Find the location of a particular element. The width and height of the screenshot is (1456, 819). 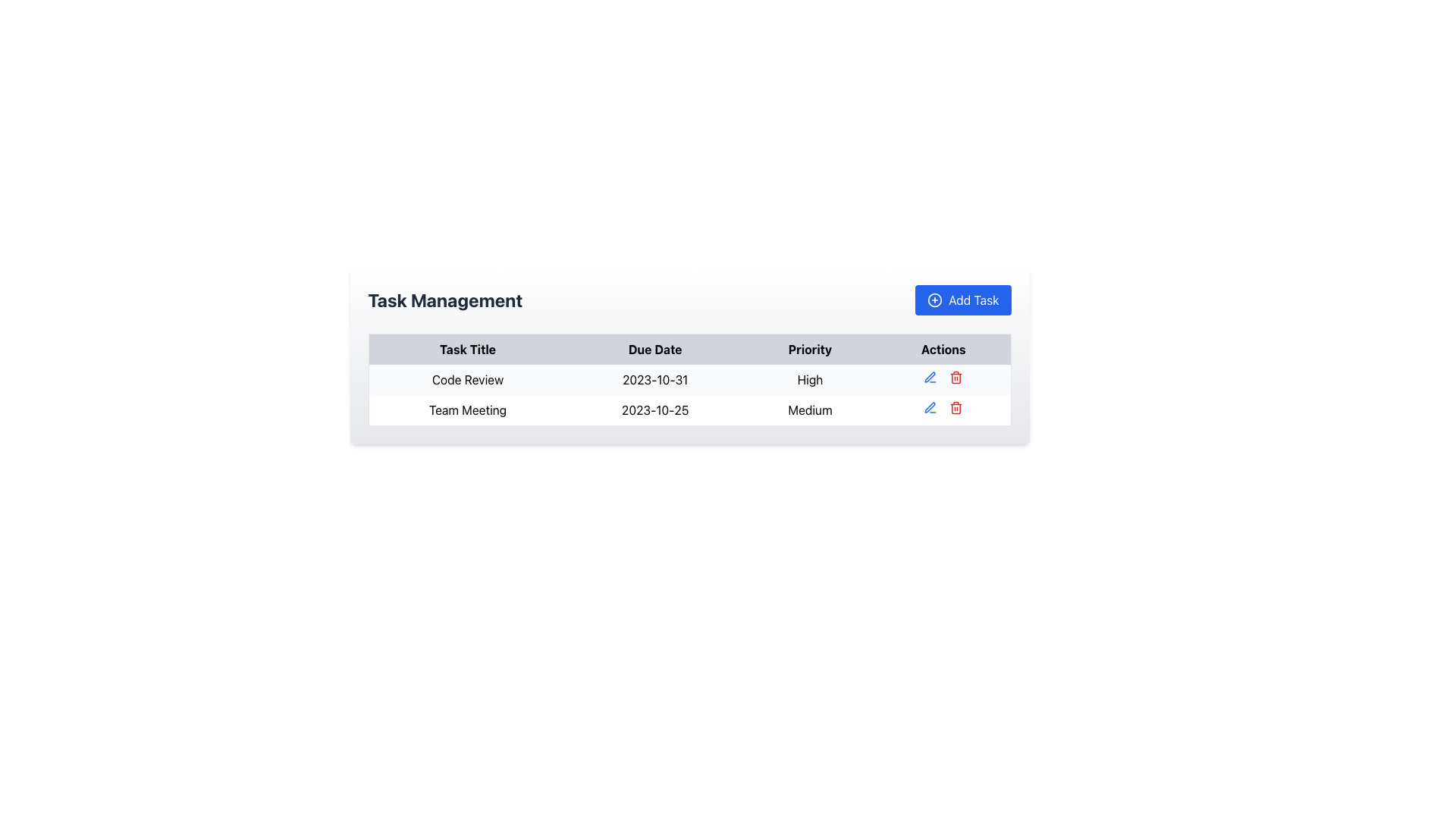

the first table row in the 'Task Management' section is located at coordinates (689, 379).